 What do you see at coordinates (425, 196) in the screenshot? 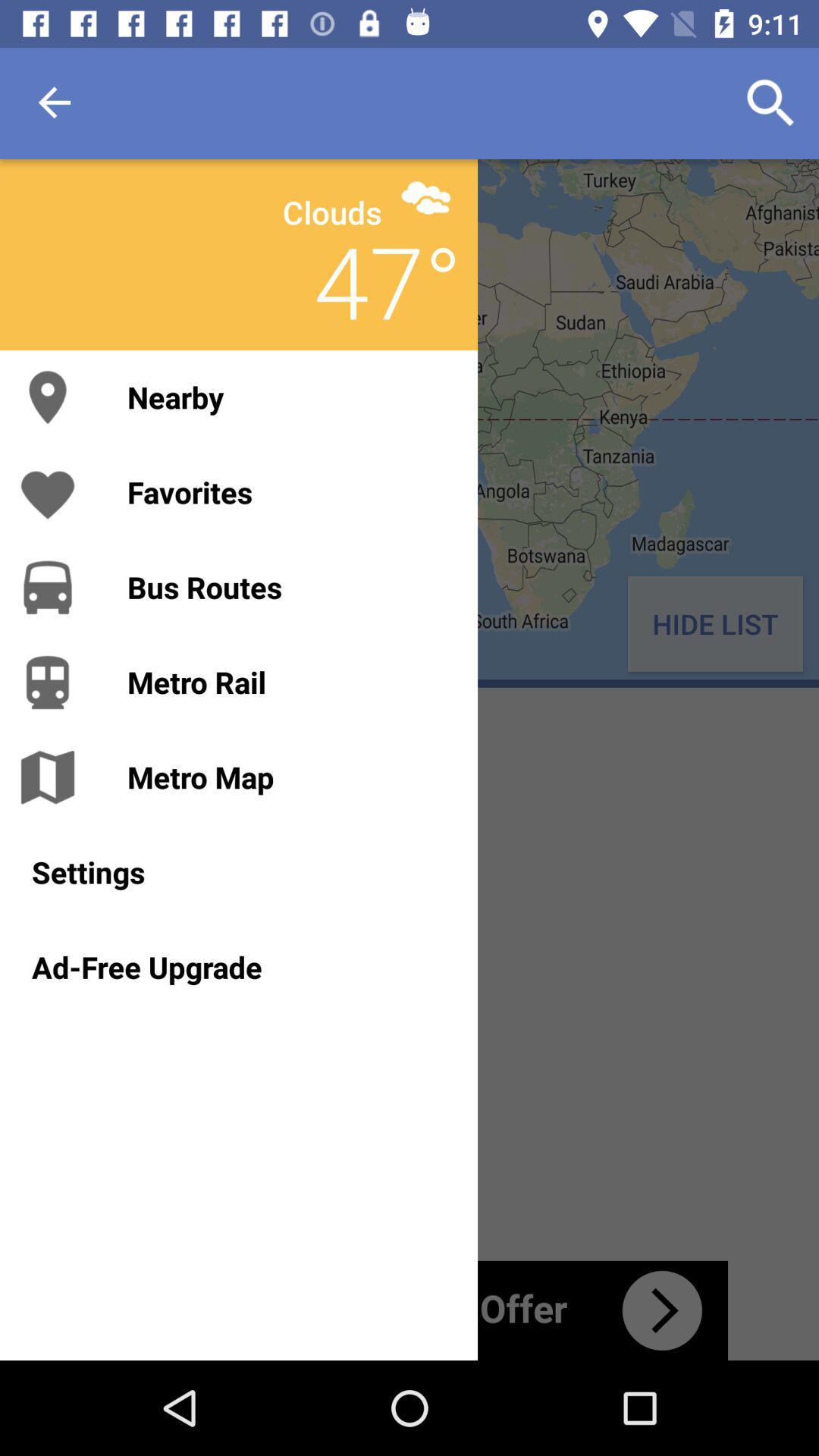
I see `icon next to the clouds` at bounding box center [425, 196].